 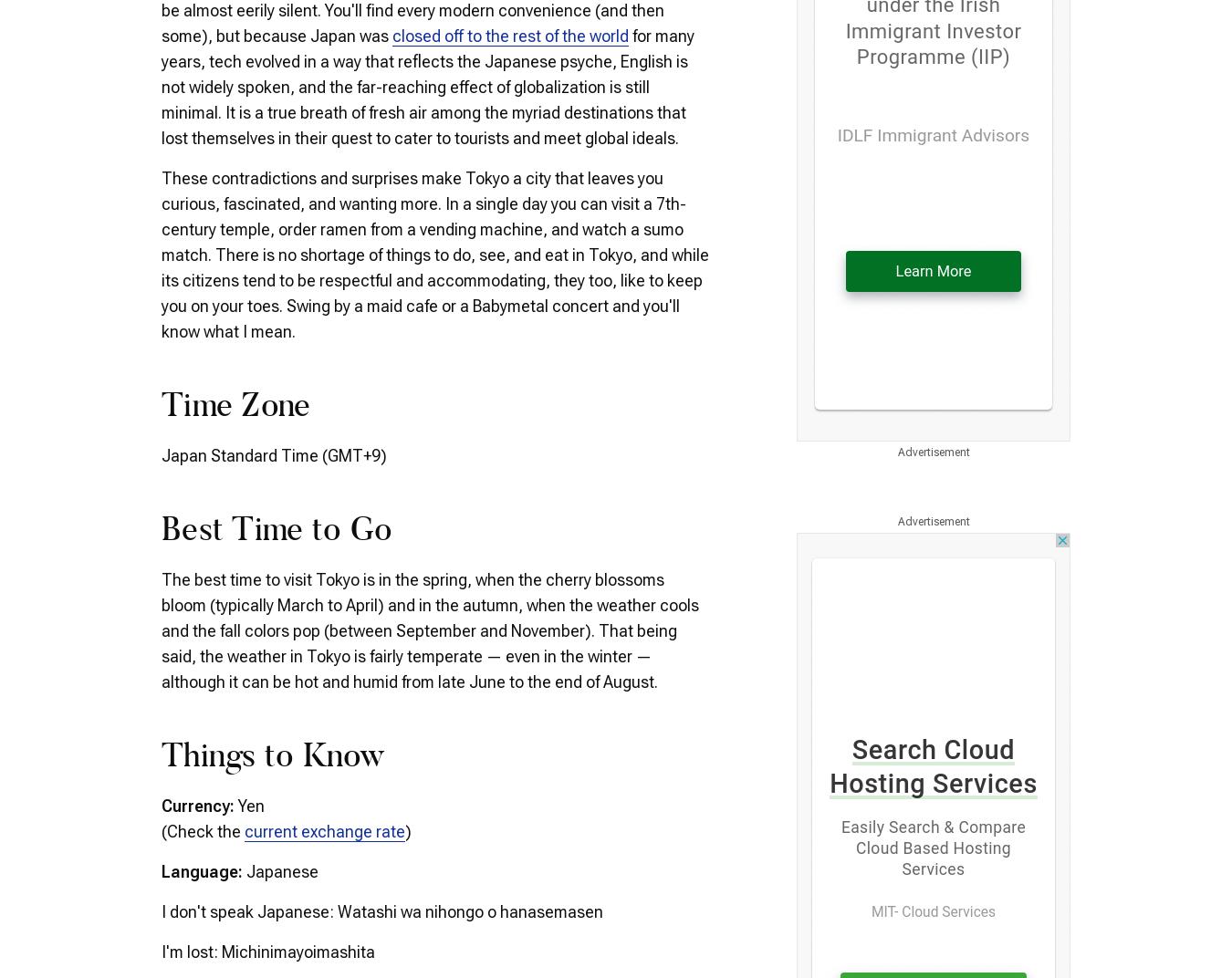 I want to click on 'Best Time to Go', so click(x=276, y=530).